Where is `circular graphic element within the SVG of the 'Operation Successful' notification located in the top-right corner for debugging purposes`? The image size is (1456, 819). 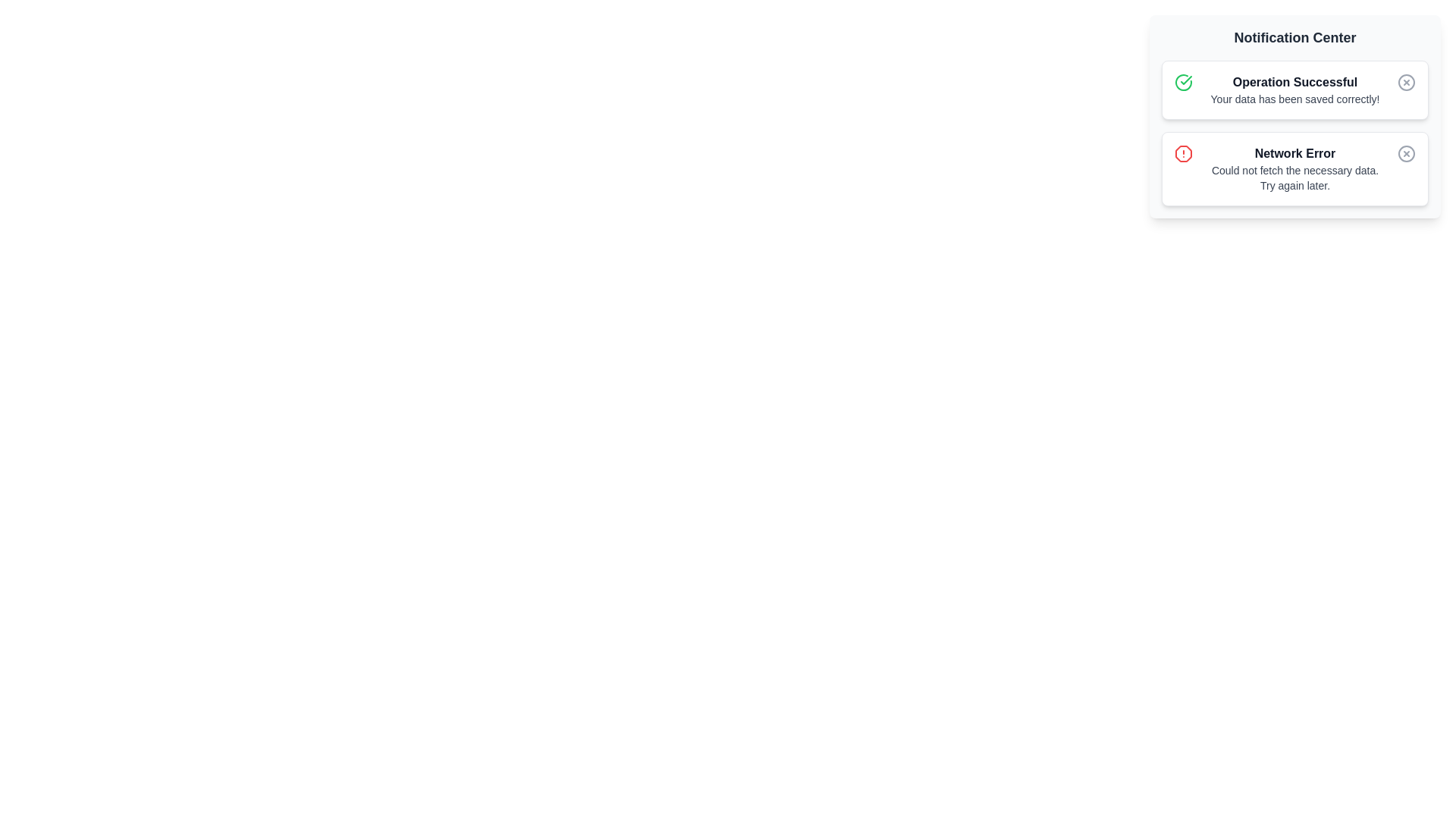
circular graphic element within the SVG of the 'Operation Successful' notification located in the top-right corner for debugging purposes is located at coordinates (1405, 82).